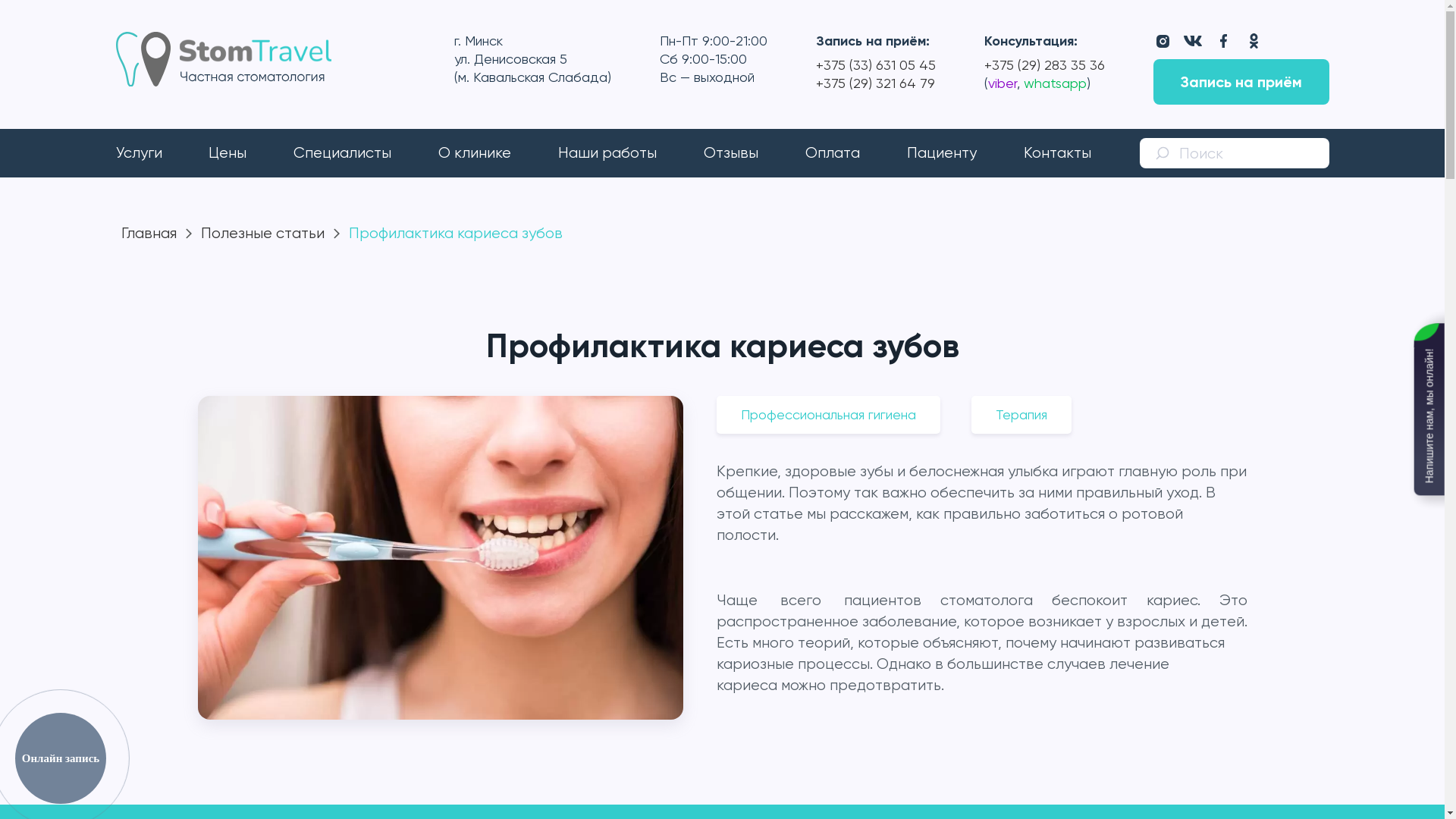  Describe the element at coordinates (1051, 83) in the screenshot. I see `'whatsapp'` at that location.